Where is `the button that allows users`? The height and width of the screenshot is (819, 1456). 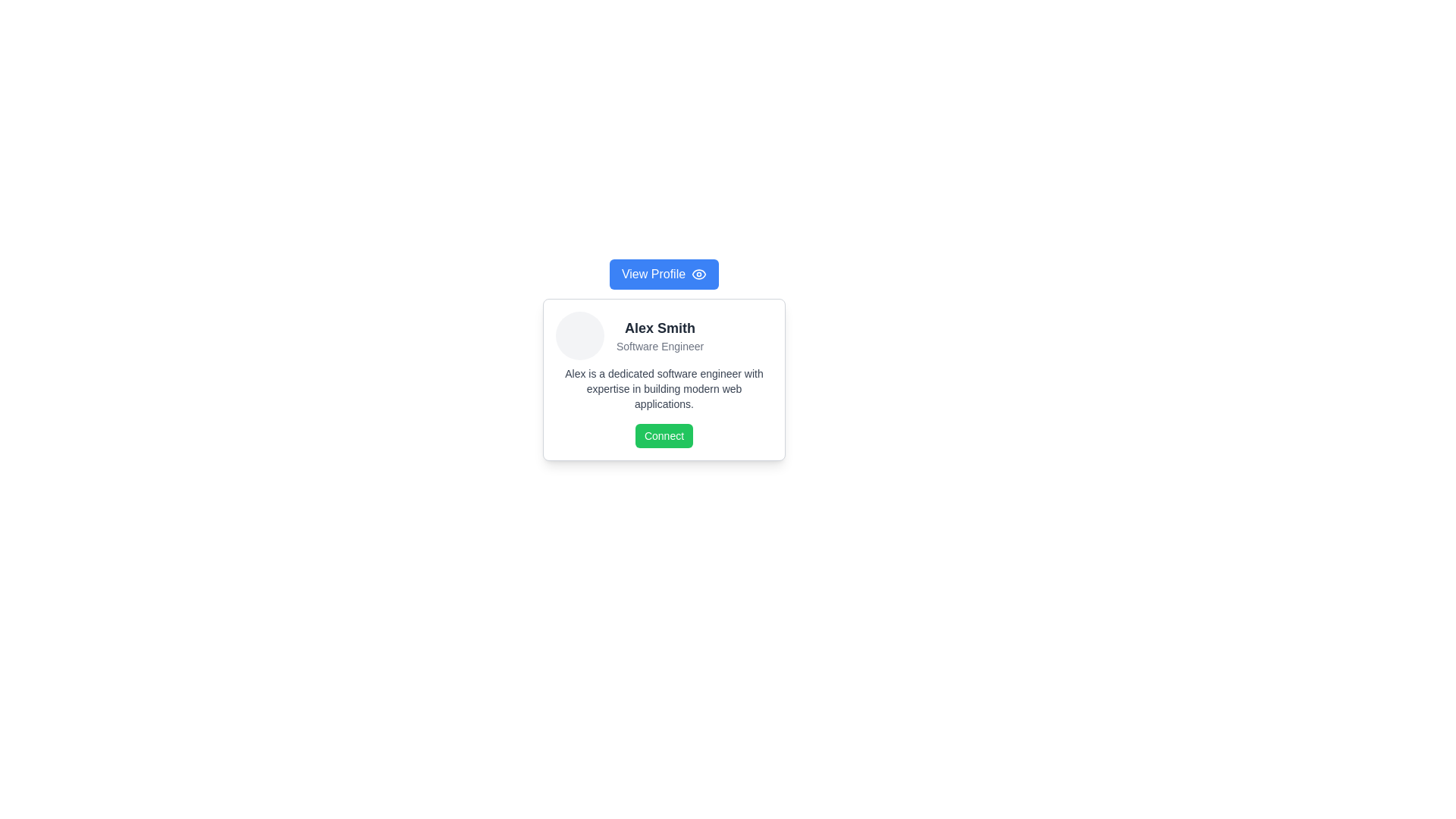
the button that allows users is located at coordinates (664, 275).